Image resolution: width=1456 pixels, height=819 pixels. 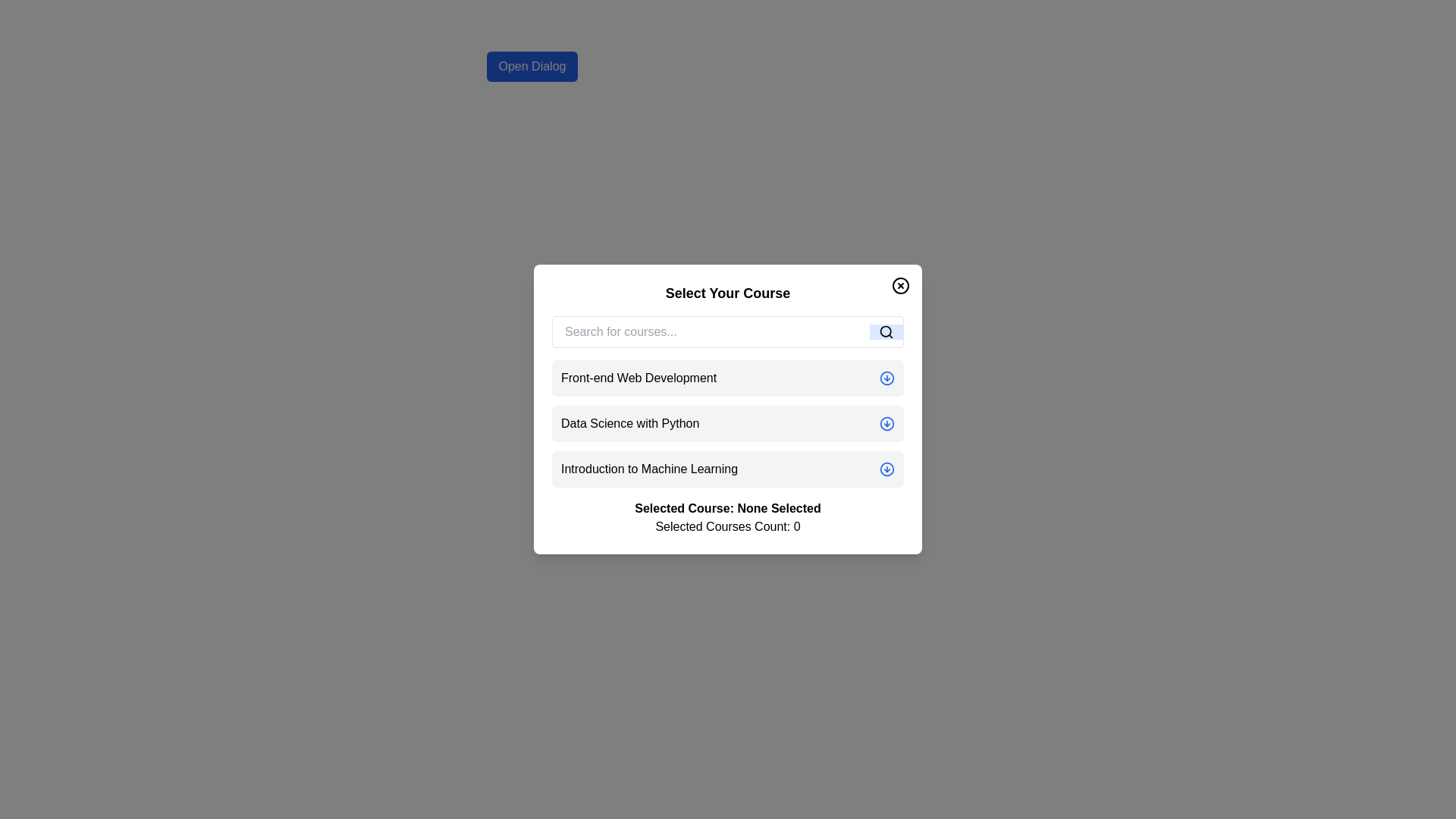 I want to click on the button with an icon located at the bottom-right corner of the 'Introduction to Machine Learning' section, so click(x=887, y=468).